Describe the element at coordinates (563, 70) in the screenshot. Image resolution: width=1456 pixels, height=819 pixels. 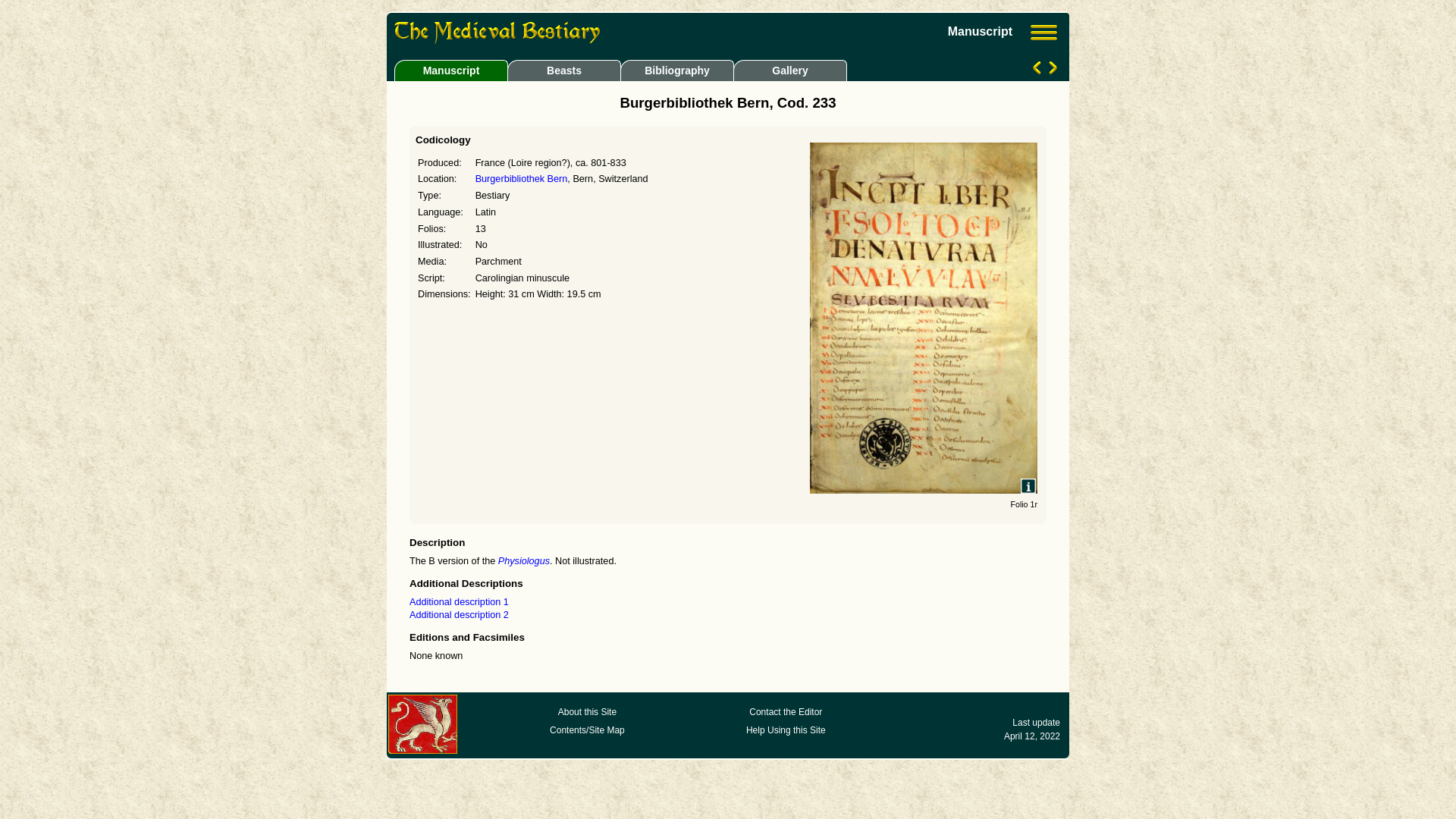
I see `'Beasts'` at that location.